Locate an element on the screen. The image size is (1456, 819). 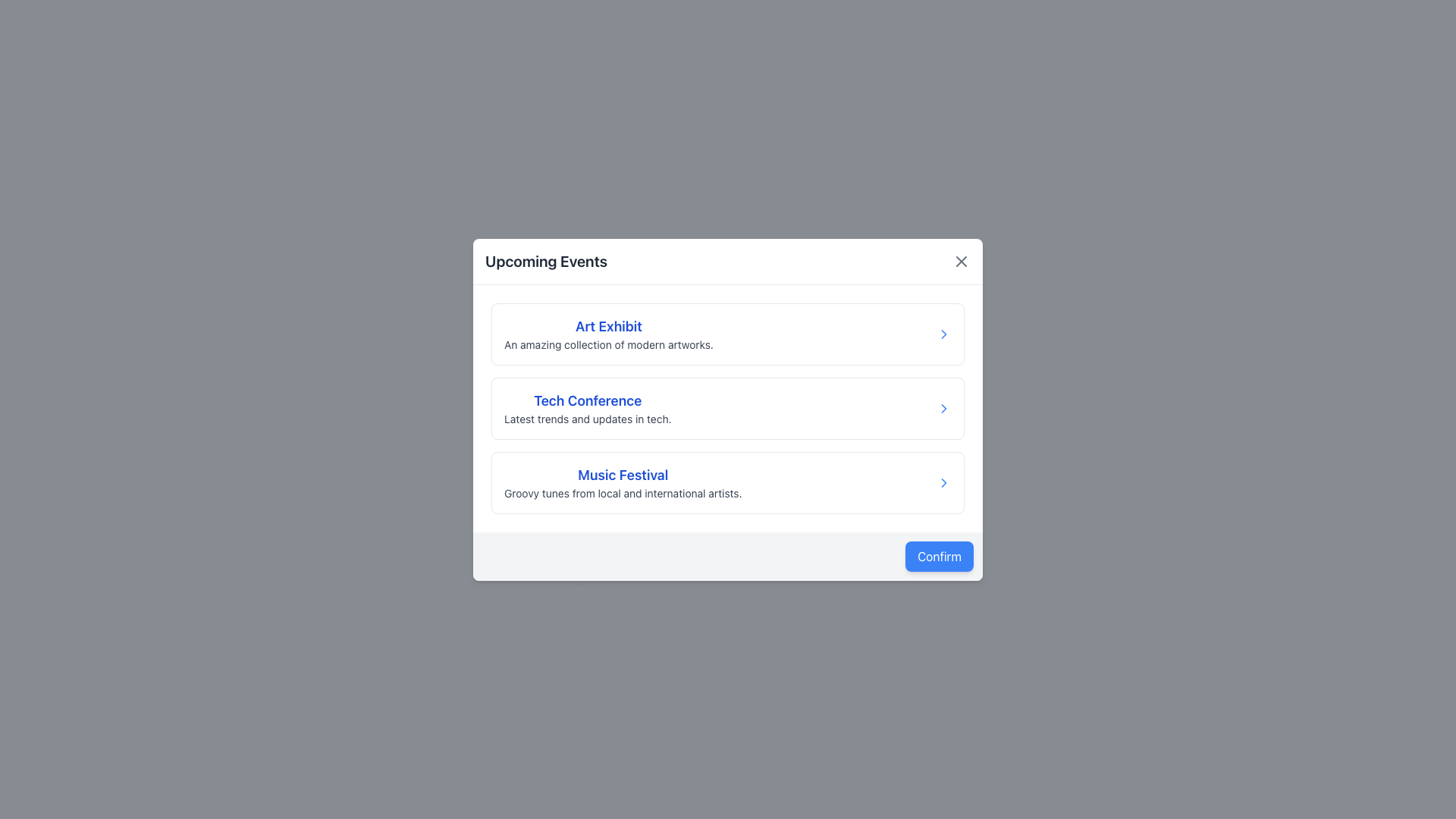
the navigation icon for the 'Tech Conference' entry located on the far right edge of the entry's UI block is located at coordinates (943, 407).